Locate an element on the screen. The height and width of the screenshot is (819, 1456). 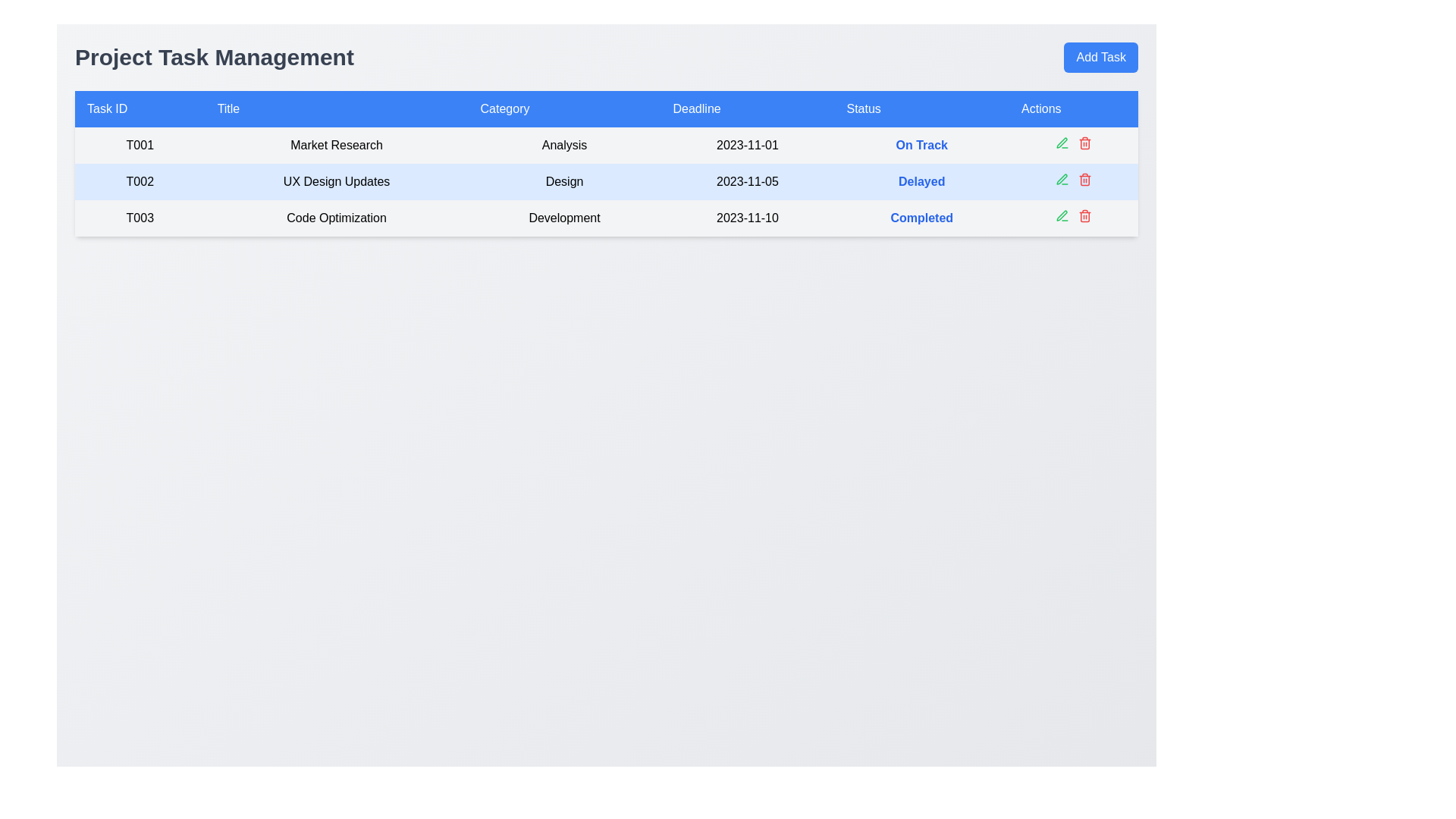
the red trash can icon button in the 'Actions' column of the second row in the 'Project Task Management' tabular layout is located at coordinates (1084, 143).